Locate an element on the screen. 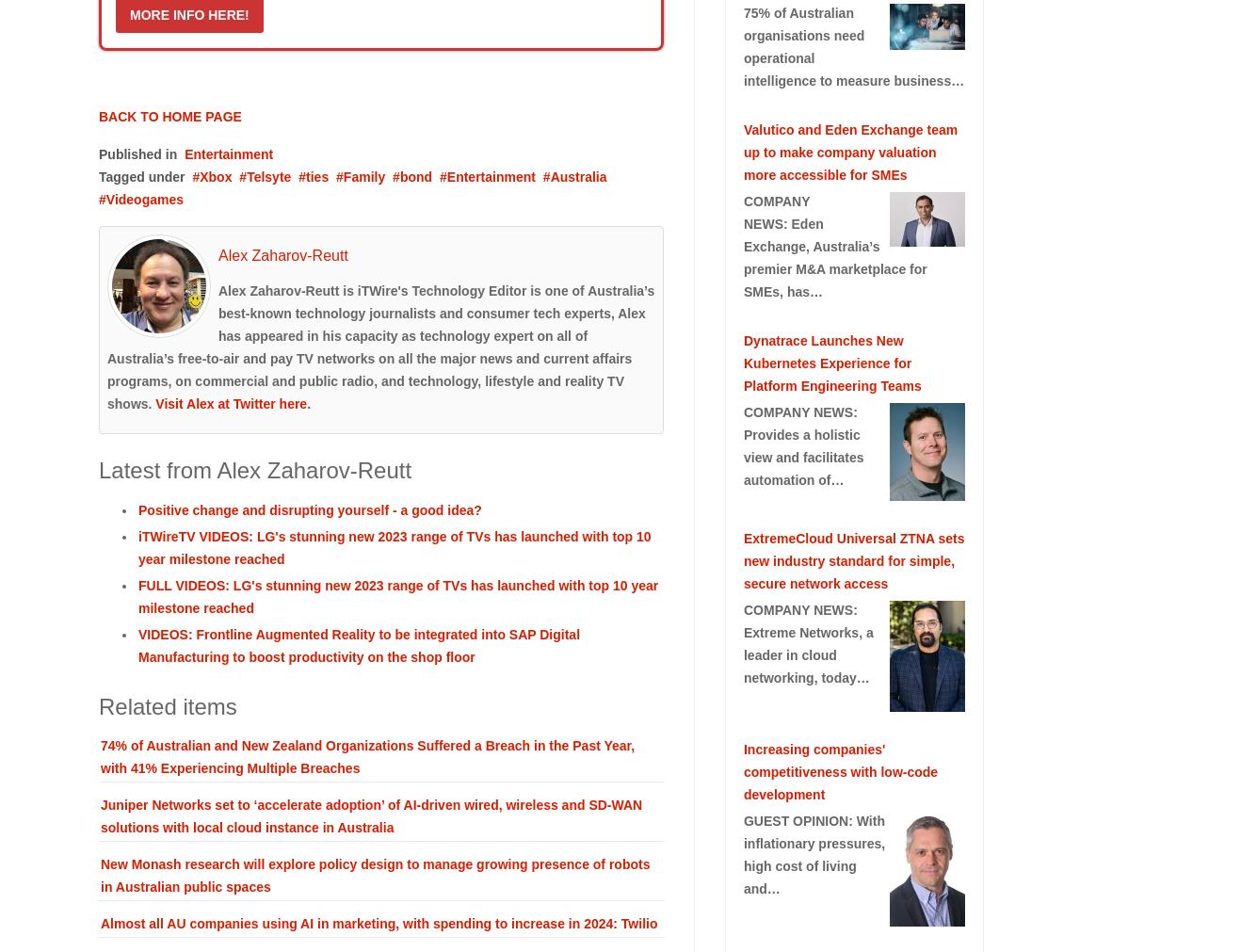 Image resolution: width=1257 pixels, height=952 pixels. 'Almost all AU companies using AI in marketing, with spending to increase in 2024: Twilio' is located at coordinates (99, 923).